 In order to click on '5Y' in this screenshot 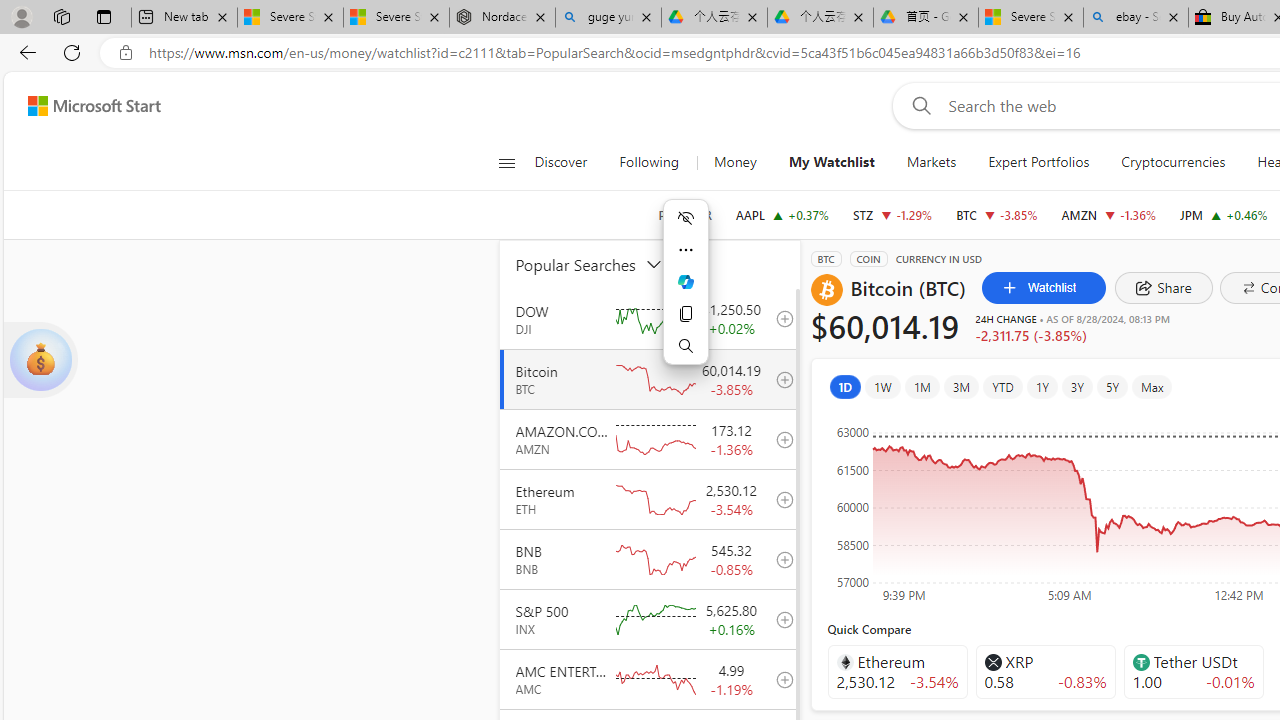, I will do `click(1111, 387)`.